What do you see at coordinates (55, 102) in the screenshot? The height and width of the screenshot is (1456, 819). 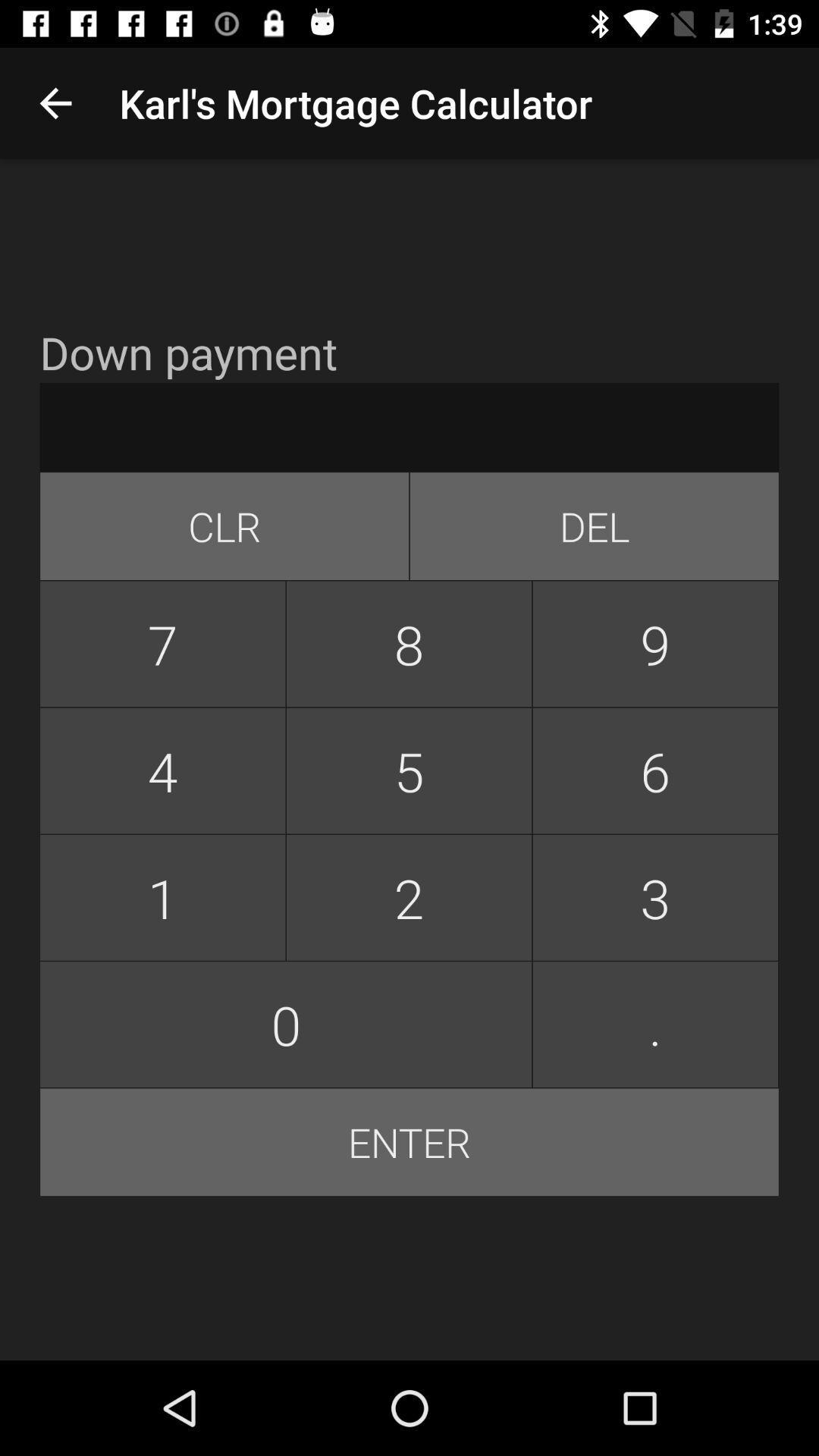 I see `app next to karl s mortgage app` at bounding box center [55, 102].